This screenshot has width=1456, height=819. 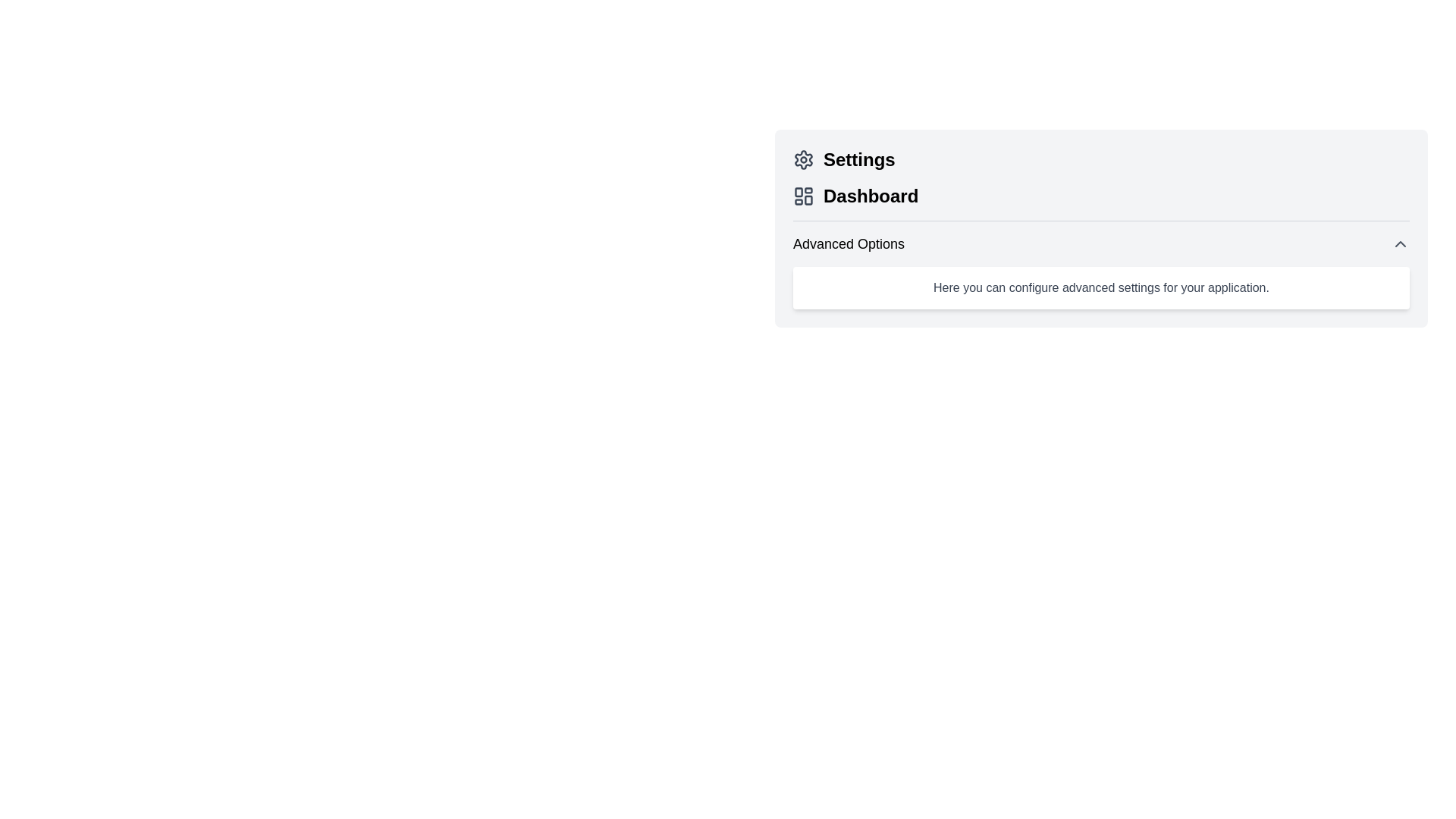 I want to click on the settings icon located at the top-left corner of the settings menu, which visually represents access to settings options, so click(x=803, y=160).